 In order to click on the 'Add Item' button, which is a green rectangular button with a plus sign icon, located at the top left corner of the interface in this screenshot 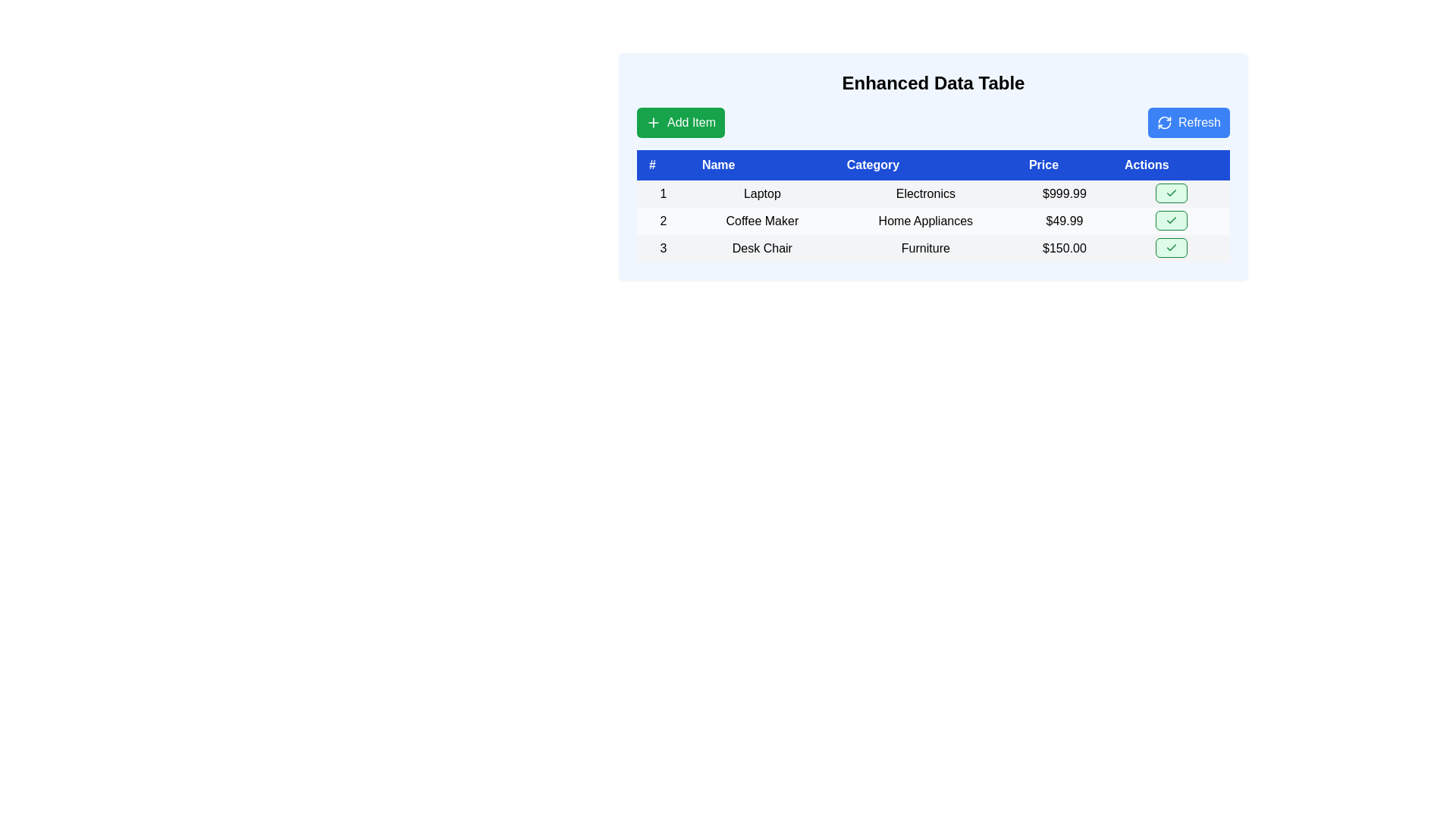, I will do `click(654, 122)`.